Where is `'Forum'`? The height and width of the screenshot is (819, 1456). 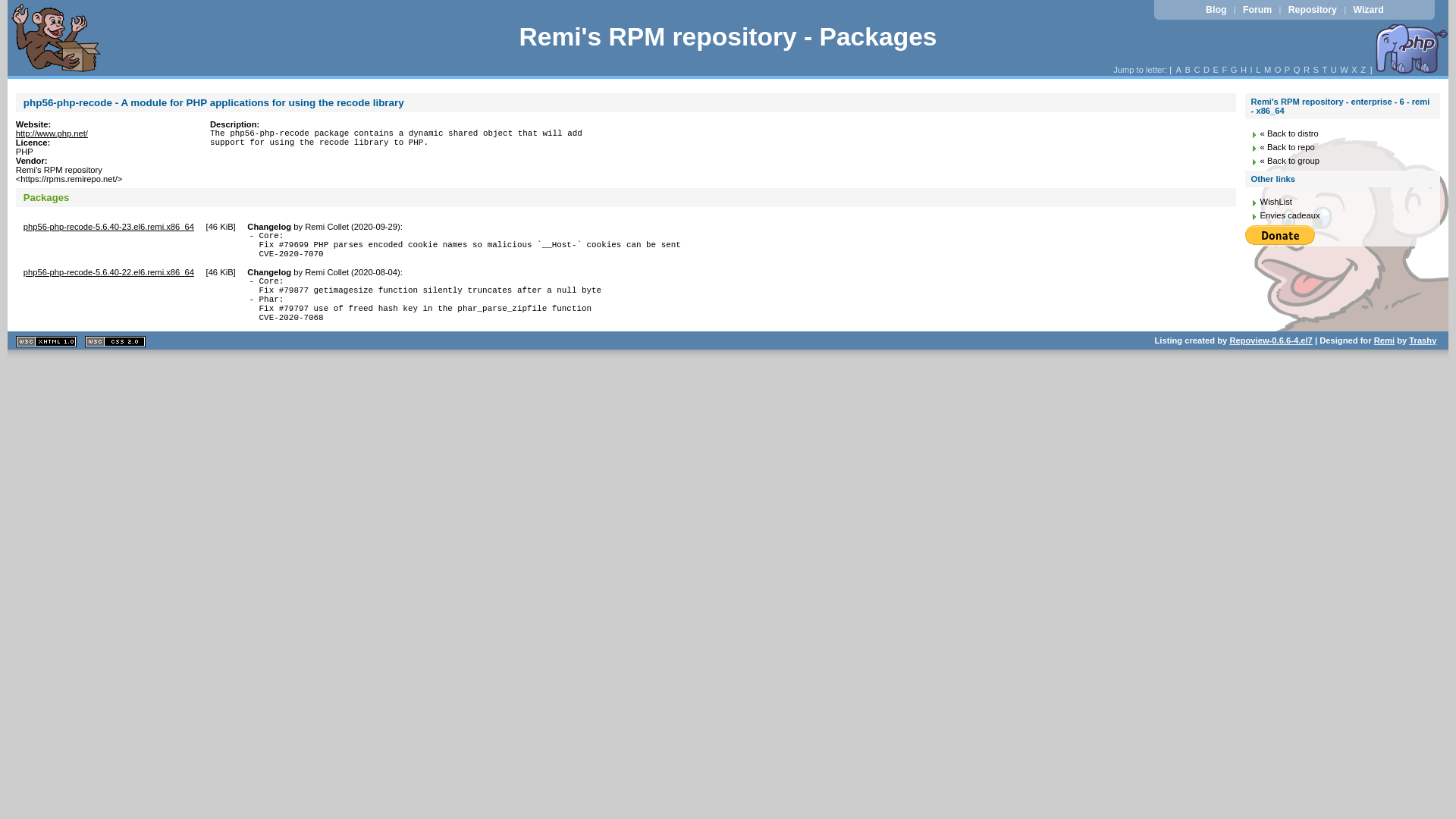
'Forum' is located at coordinates (1257, 9).